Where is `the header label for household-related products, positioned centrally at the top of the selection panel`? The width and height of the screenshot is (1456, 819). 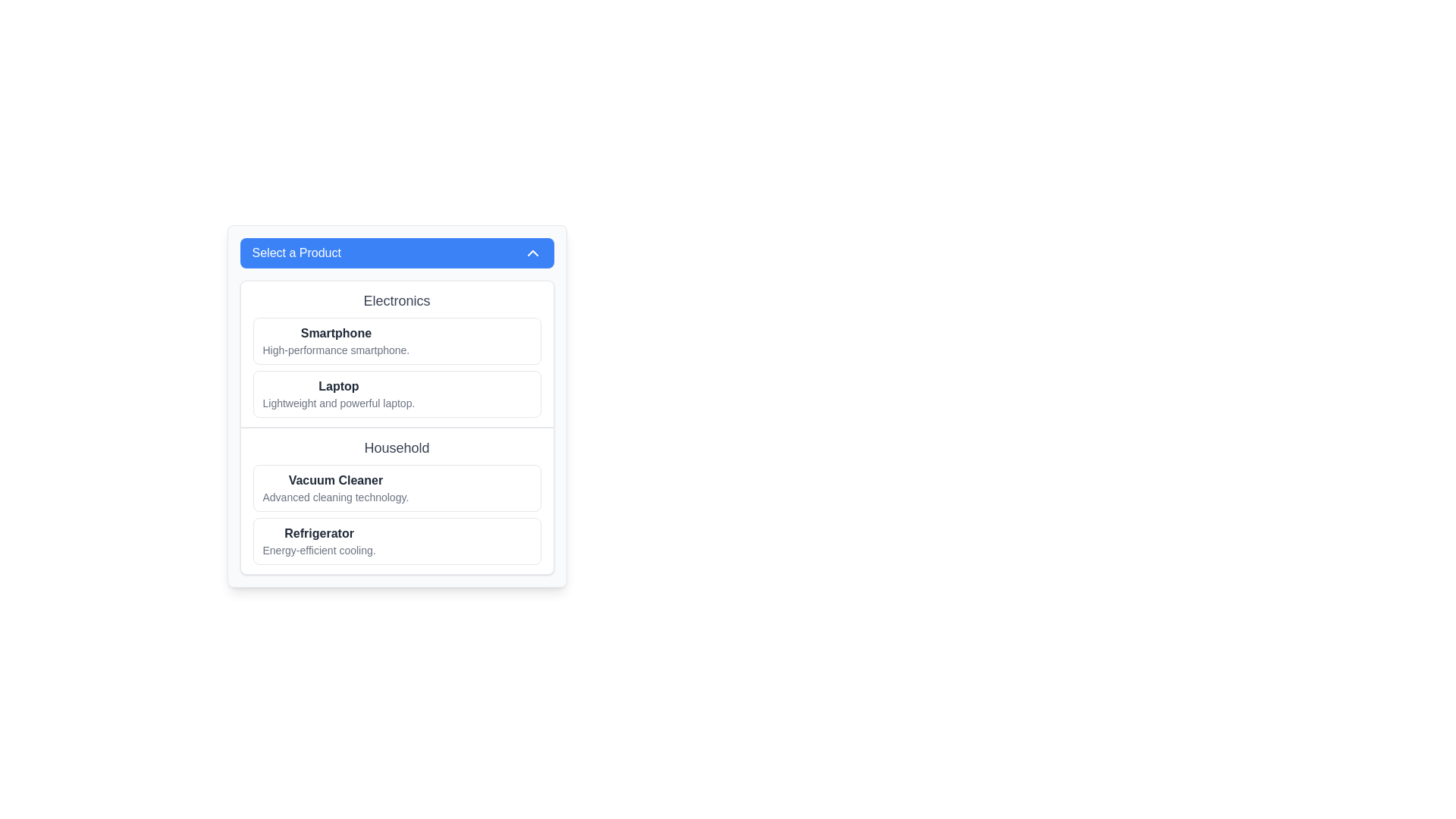
the header label for household-related products, positioned centrally at the top of the selection panel is located at coordinates (397, 447).